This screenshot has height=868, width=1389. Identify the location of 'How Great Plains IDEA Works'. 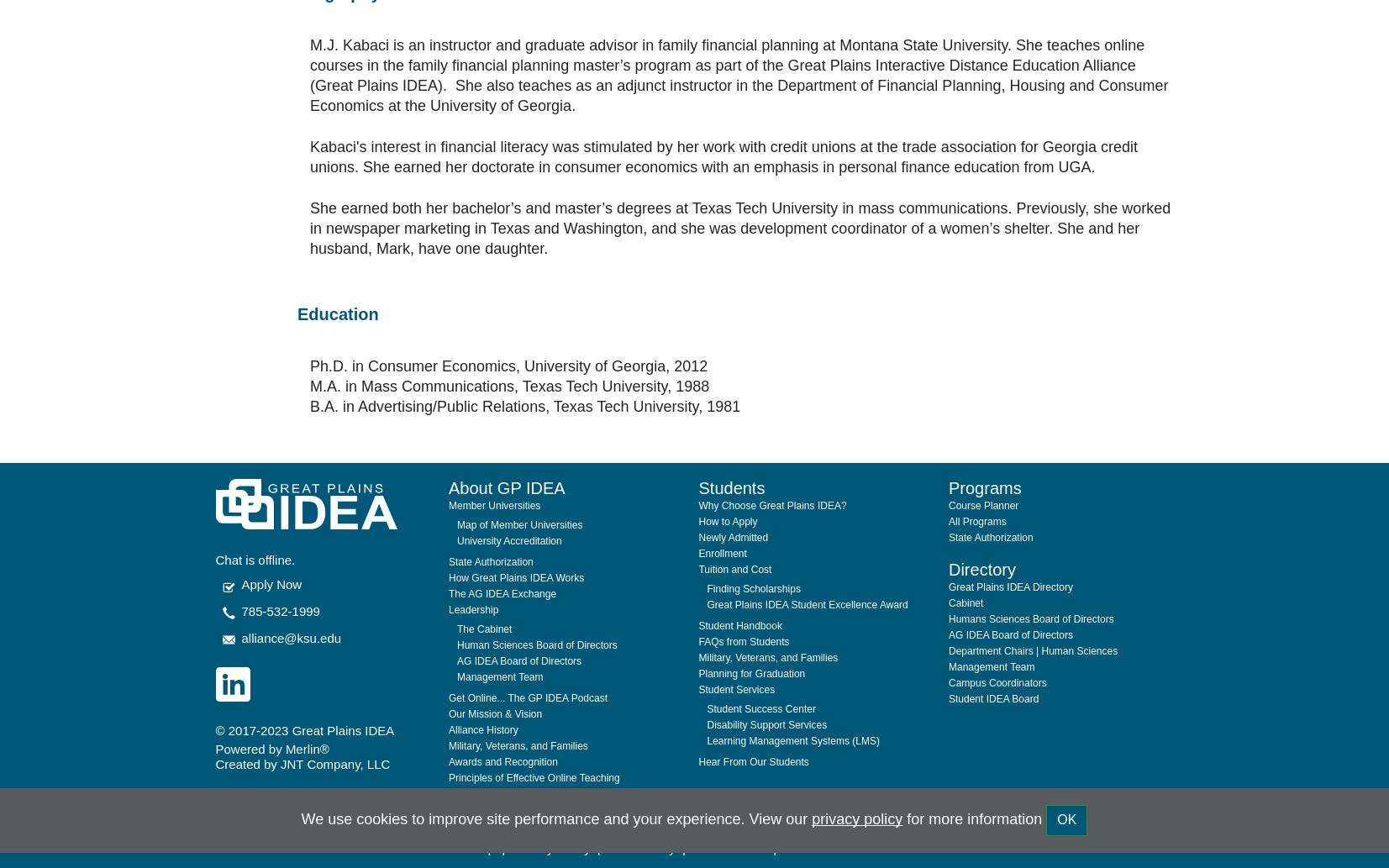
(447, 536).